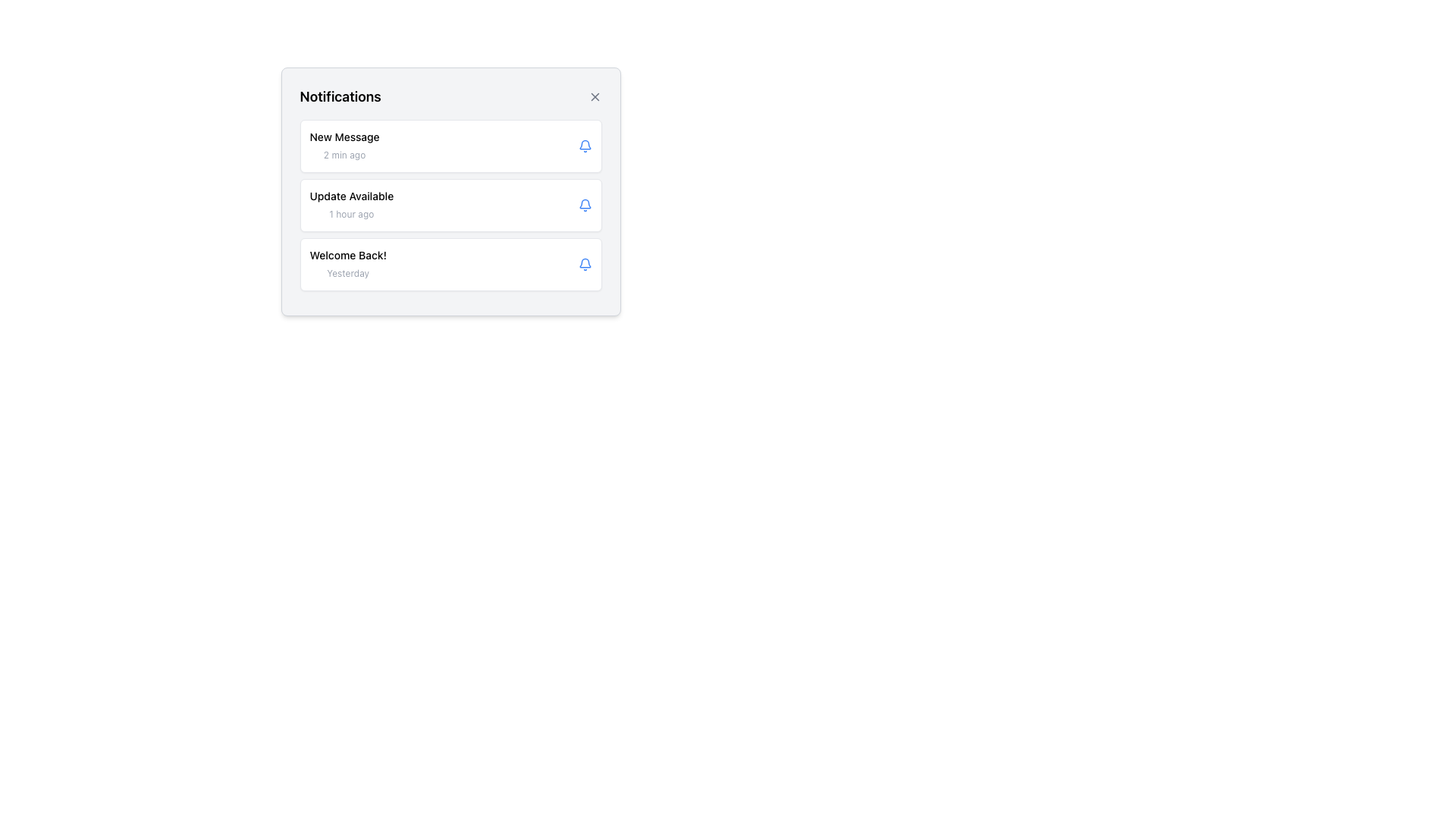 Image resolution: width=1456 pixels, height=819 pixels. Describe the element at coordinates (344, 137) in the screenshot. I see `the 'New Message' text located at the top of the notification card, which is styled in bold and is the first text entry above the timestamp '2 min ago'` at that location.